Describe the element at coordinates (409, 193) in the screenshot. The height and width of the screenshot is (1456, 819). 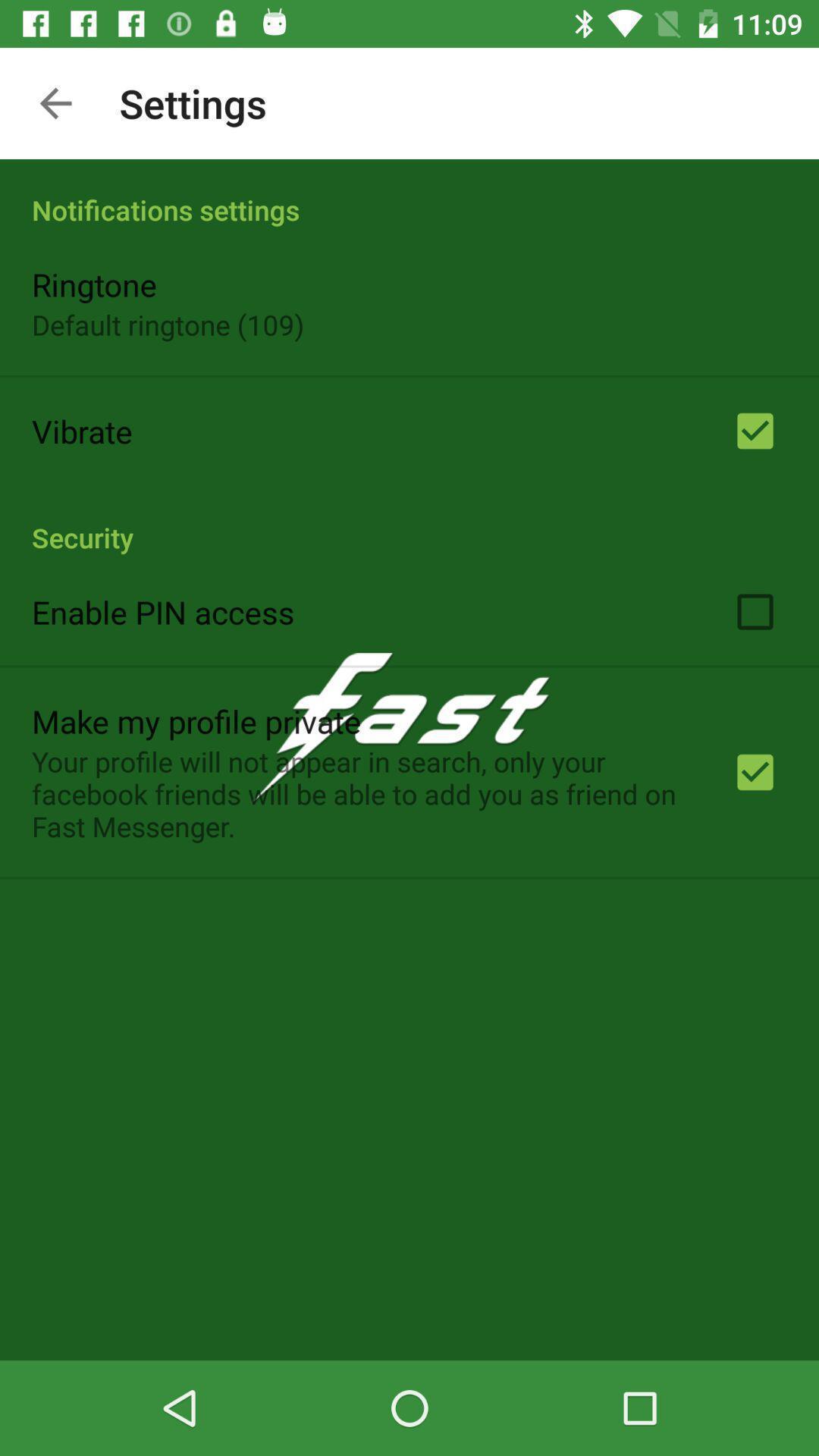
I see `the notifications settings item` at that location.